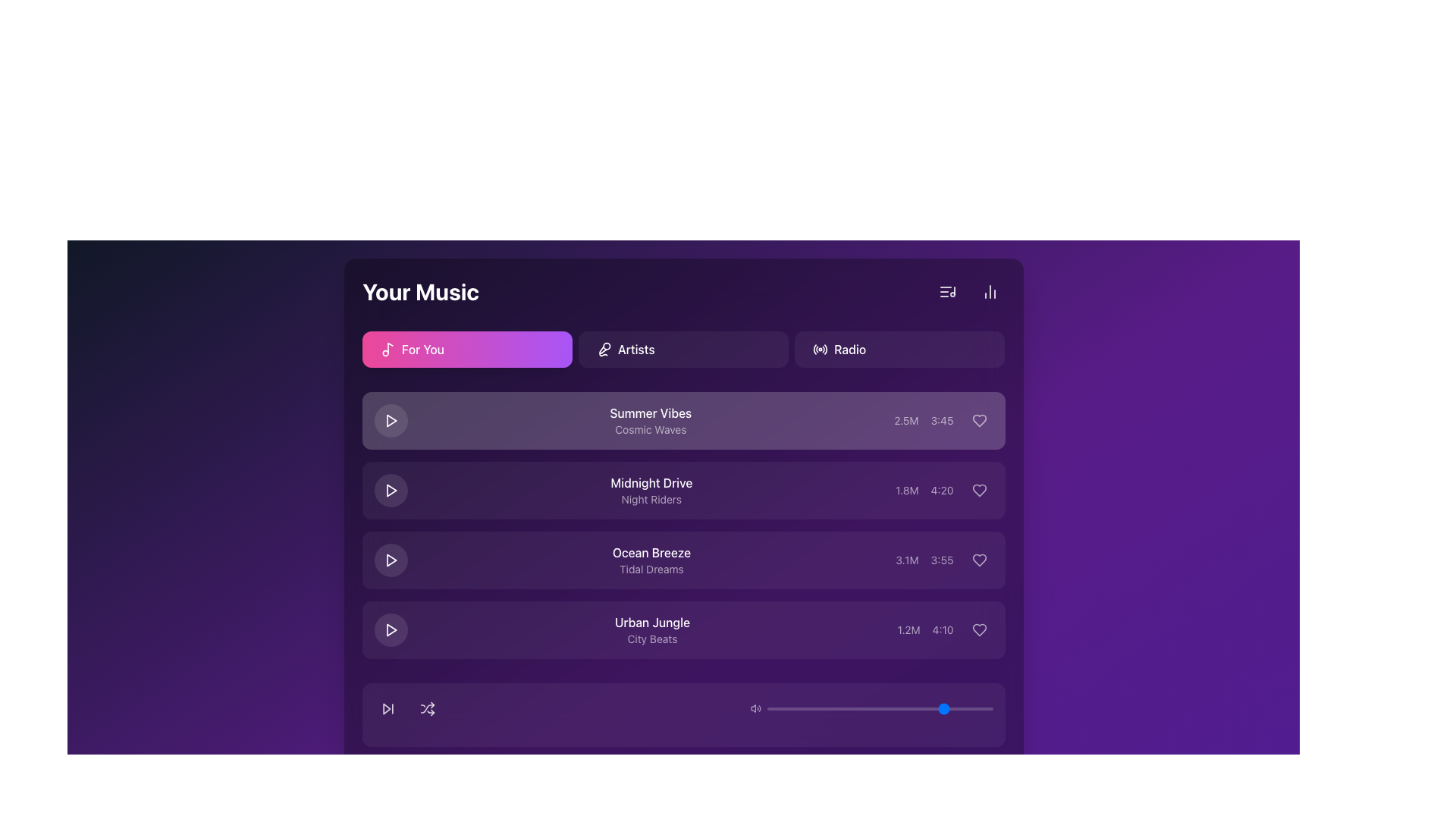  Describe the element at coordinates (899, 350) in the screenshot. I see `the navigation button located in the upper-right corner of the button group` at that location.